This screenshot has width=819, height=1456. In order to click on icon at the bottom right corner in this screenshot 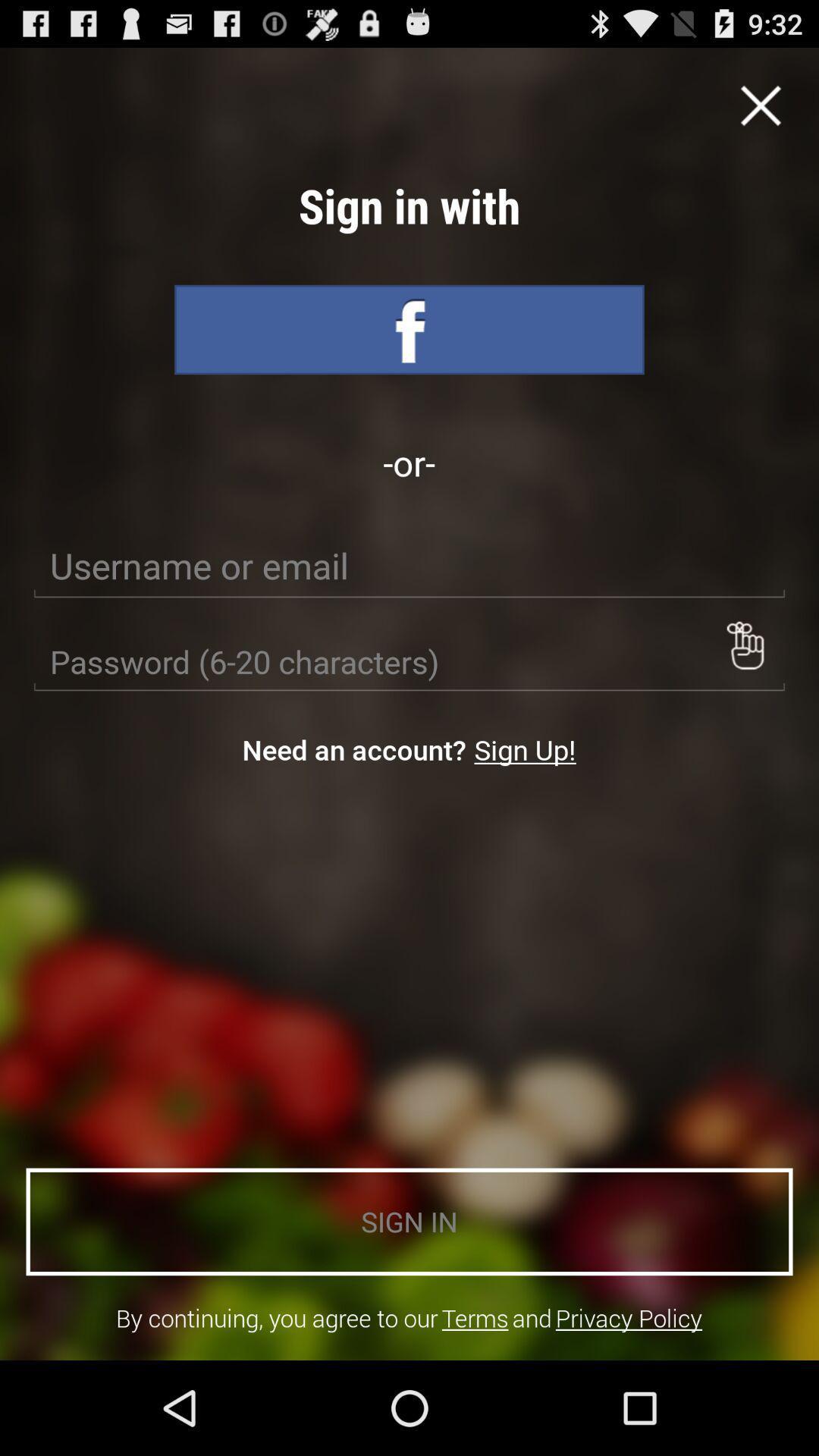, I will do `click(629, 1317)`.